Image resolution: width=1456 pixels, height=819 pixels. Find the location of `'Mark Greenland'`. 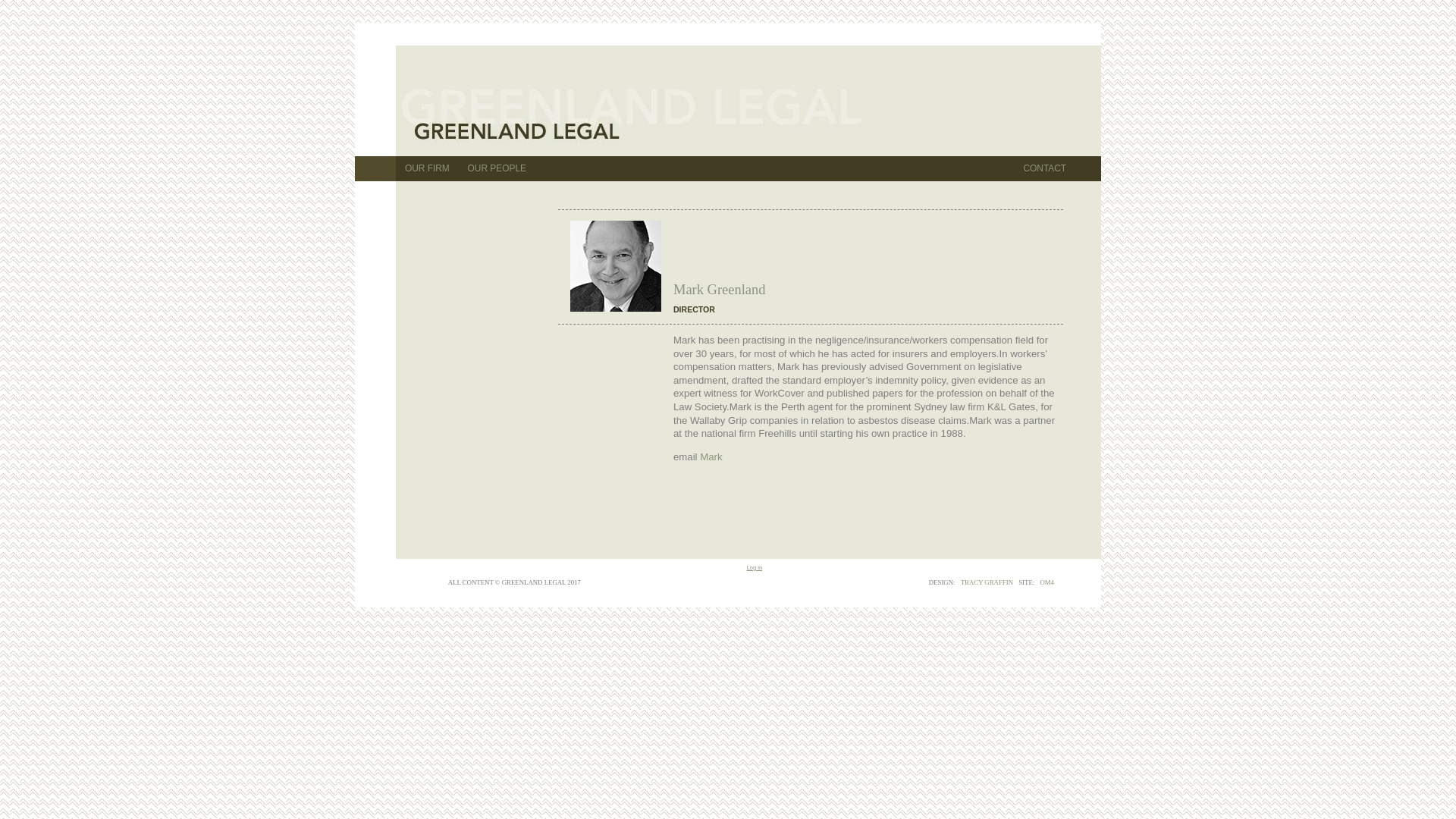

'Mark Greenland' is located at coordinates (615, 265).